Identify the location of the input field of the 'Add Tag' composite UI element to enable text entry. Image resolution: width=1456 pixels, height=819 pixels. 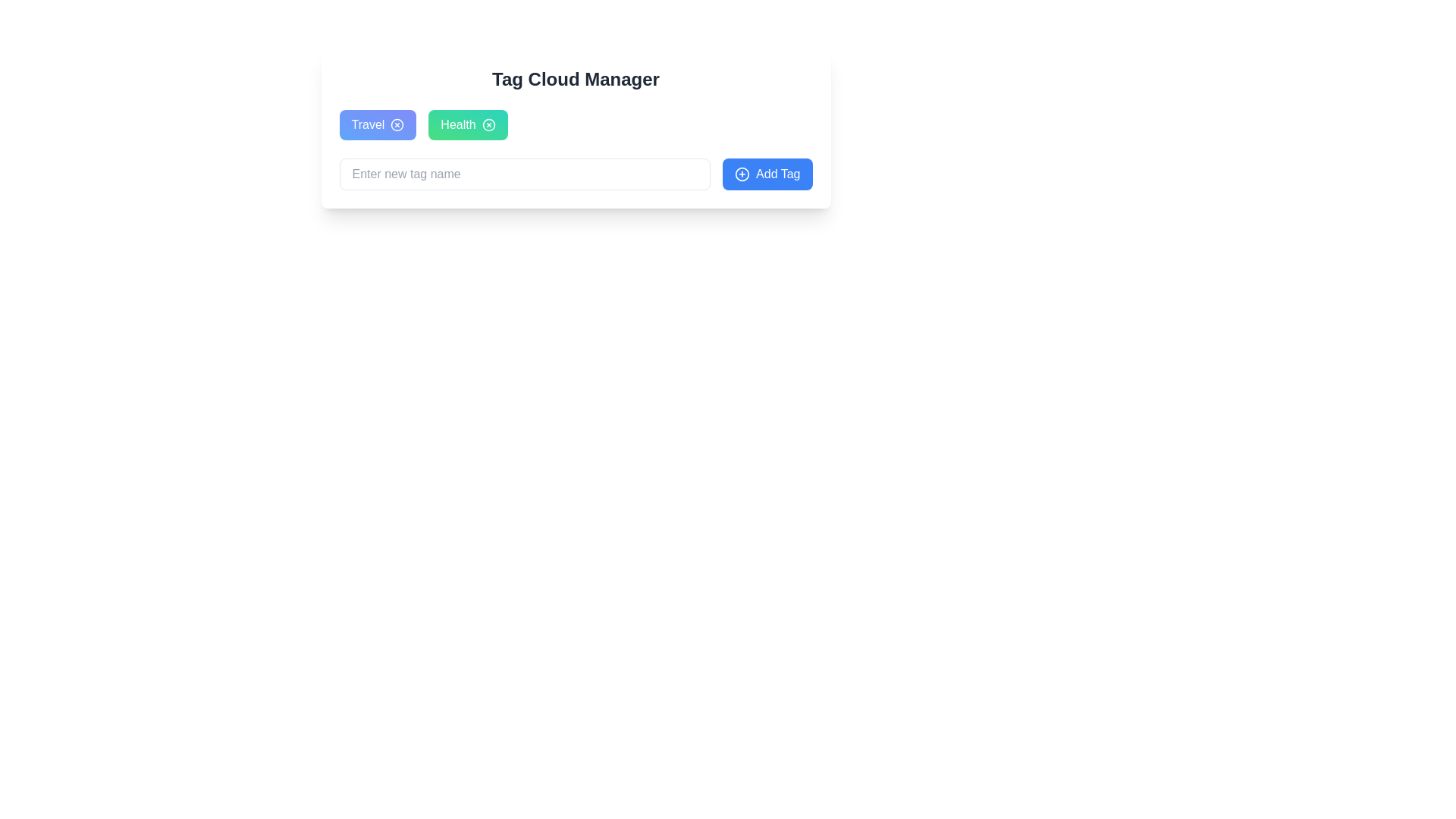
(575, 174).